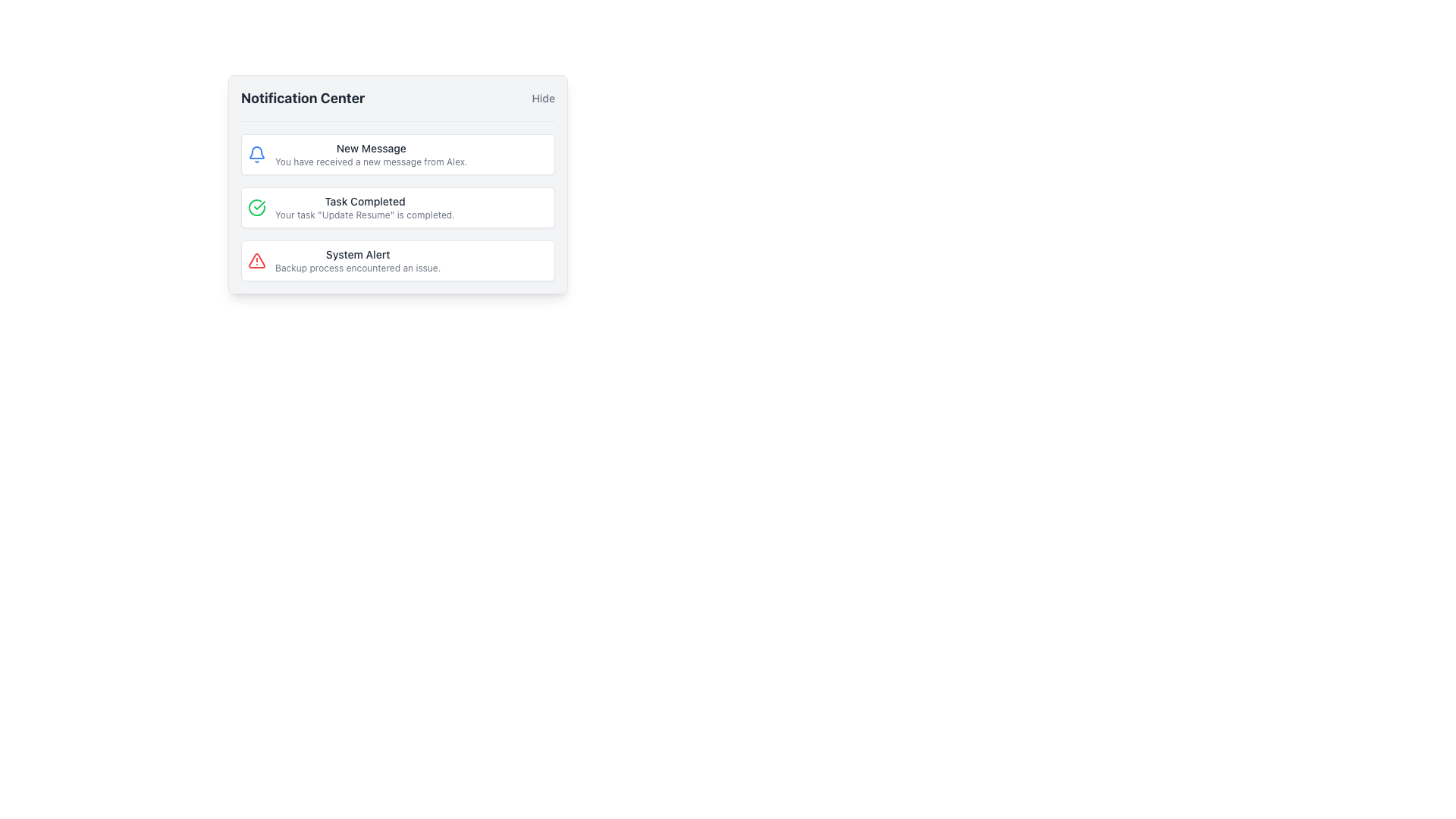 The width and height of the screenshot is (1456, 819). Describe the element at coordinates (257, 152) in the screenshot. I see `the graphical icon segment that forms the lower half of the bell-shaped notification icon in the notification center interface` at that location.